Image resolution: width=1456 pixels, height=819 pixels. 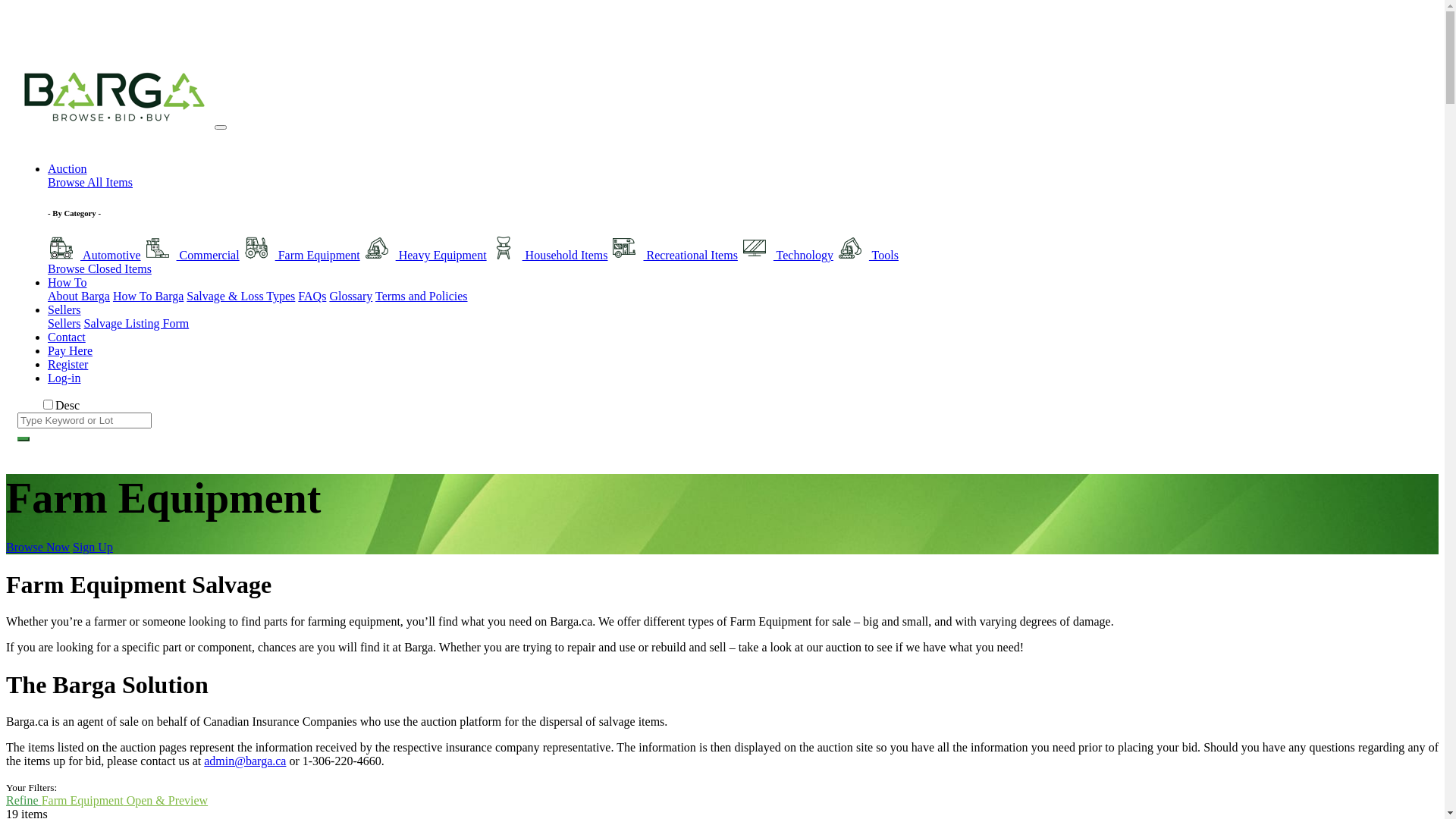 What do you see at coordinates (65, 336) in the screenshot?
I see `'Contact'` at bounding box center [65, 336].